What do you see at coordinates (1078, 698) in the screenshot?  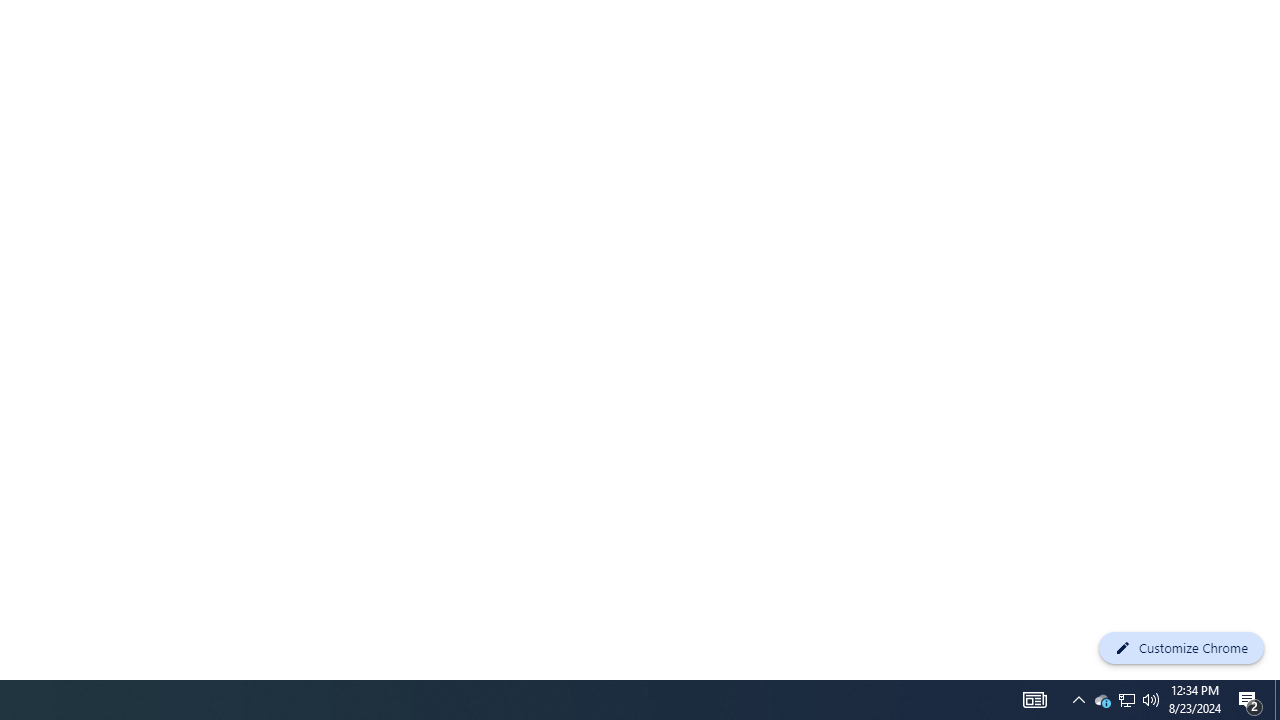 I see `'Notification Chevron'` at bounding box center [1078, 698].